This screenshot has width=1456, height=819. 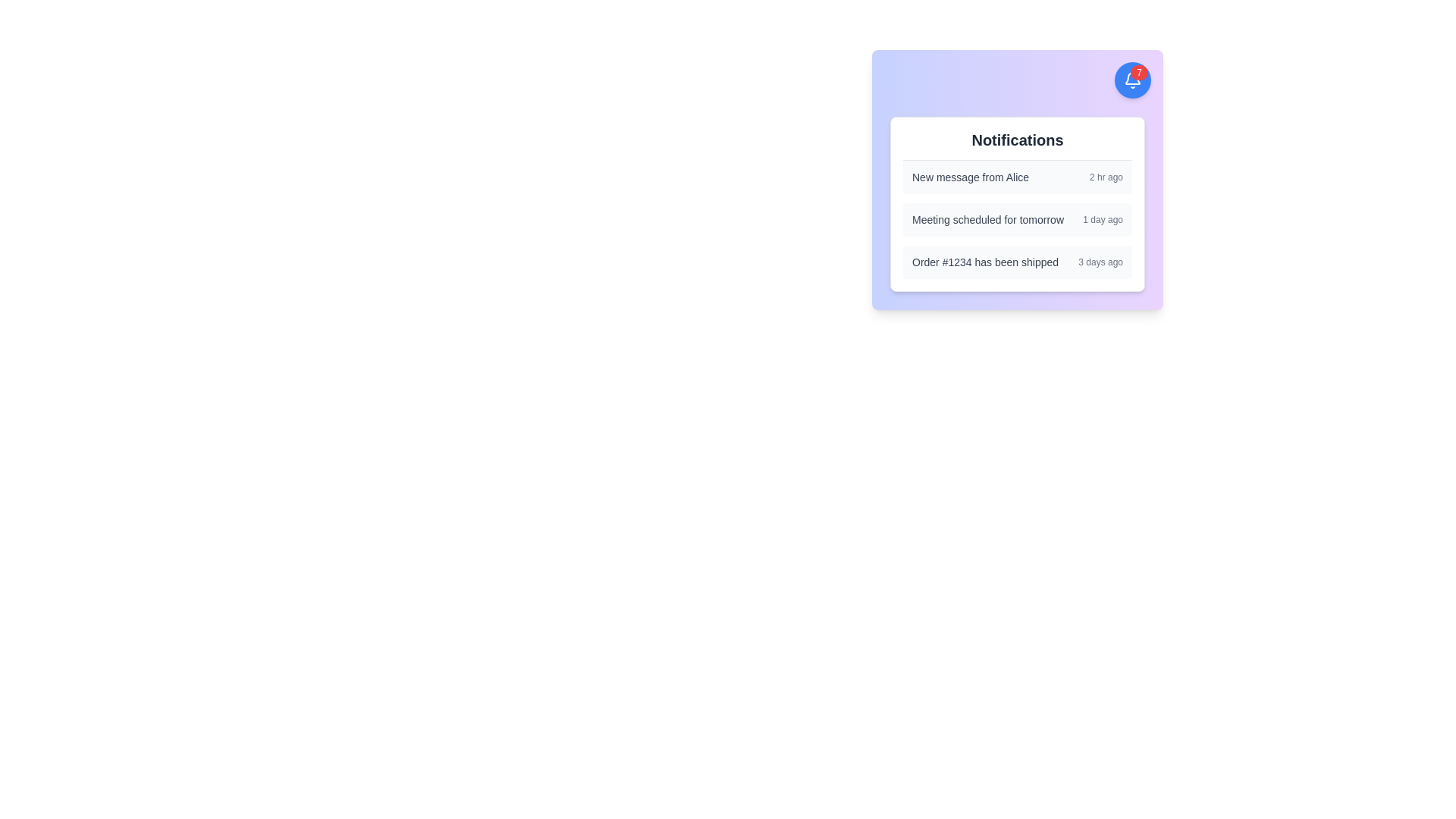 I want to click on the bell notification icon, which is a white outlined bell inside a circular blue button, so click(x=1132, y=80).